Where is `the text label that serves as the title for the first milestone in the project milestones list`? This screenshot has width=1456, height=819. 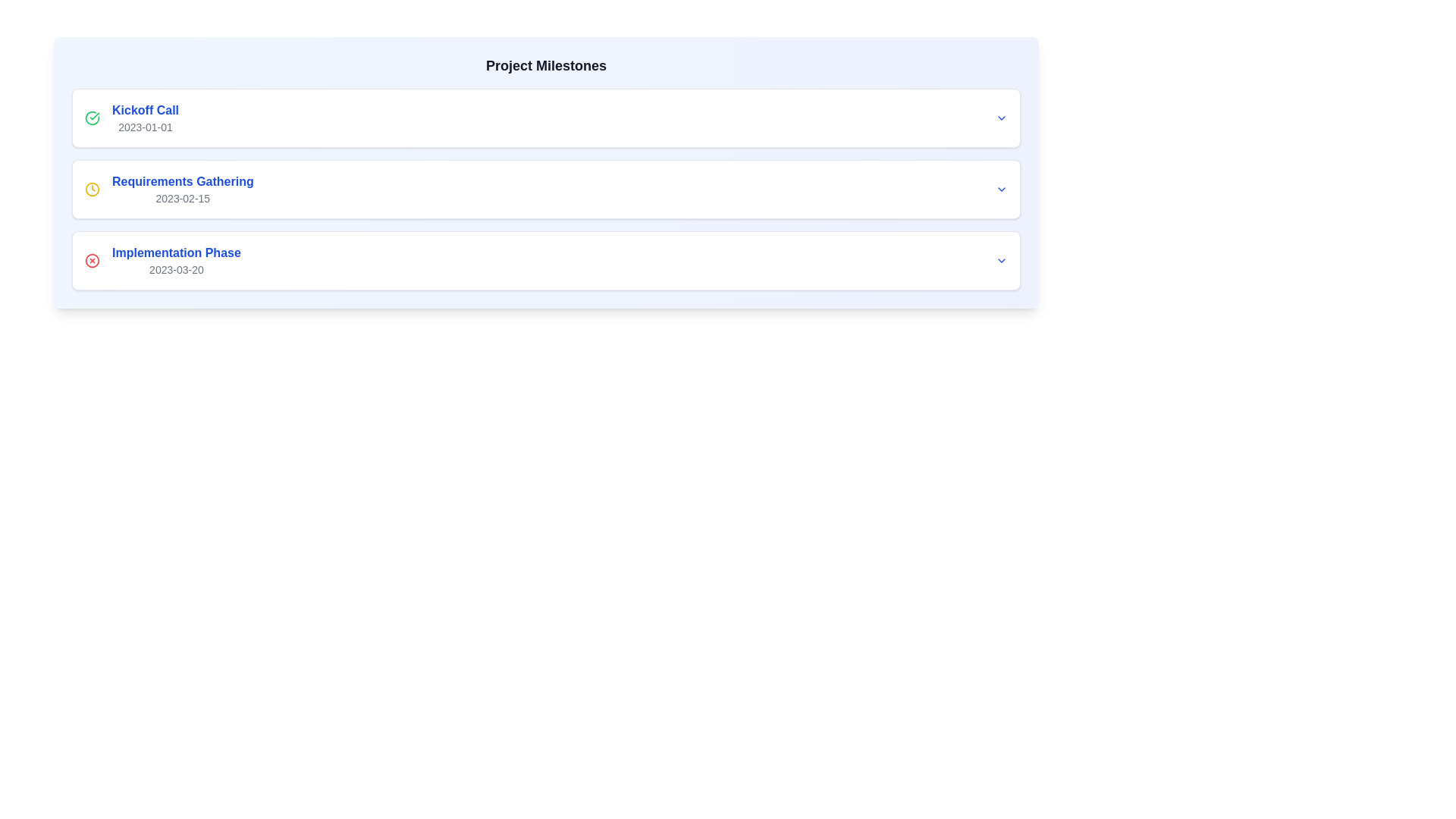 the text label that serves as the title for the first milestone in the project milestones list is located at coordinates (146, 110).